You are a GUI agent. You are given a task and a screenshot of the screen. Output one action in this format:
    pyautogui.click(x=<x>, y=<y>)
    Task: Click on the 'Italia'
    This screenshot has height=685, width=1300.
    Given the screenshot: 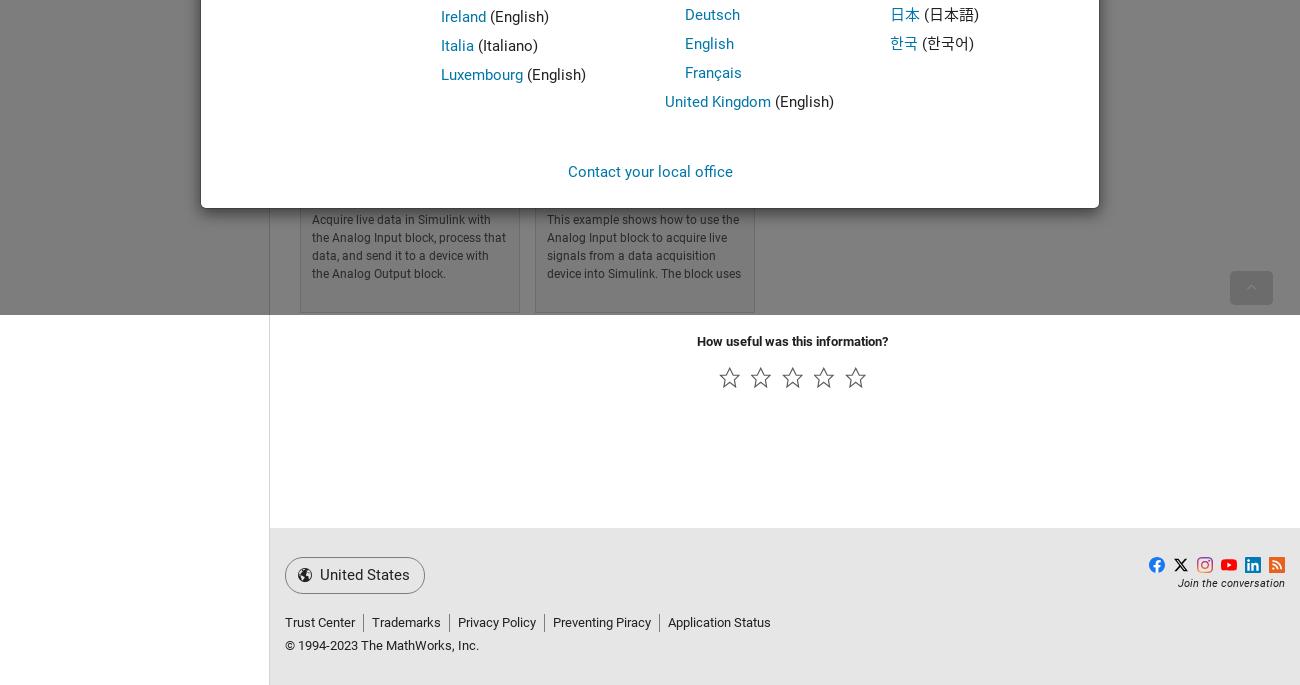 What is the action you would take?
    pyautogui.click(x=455, y=45)
    